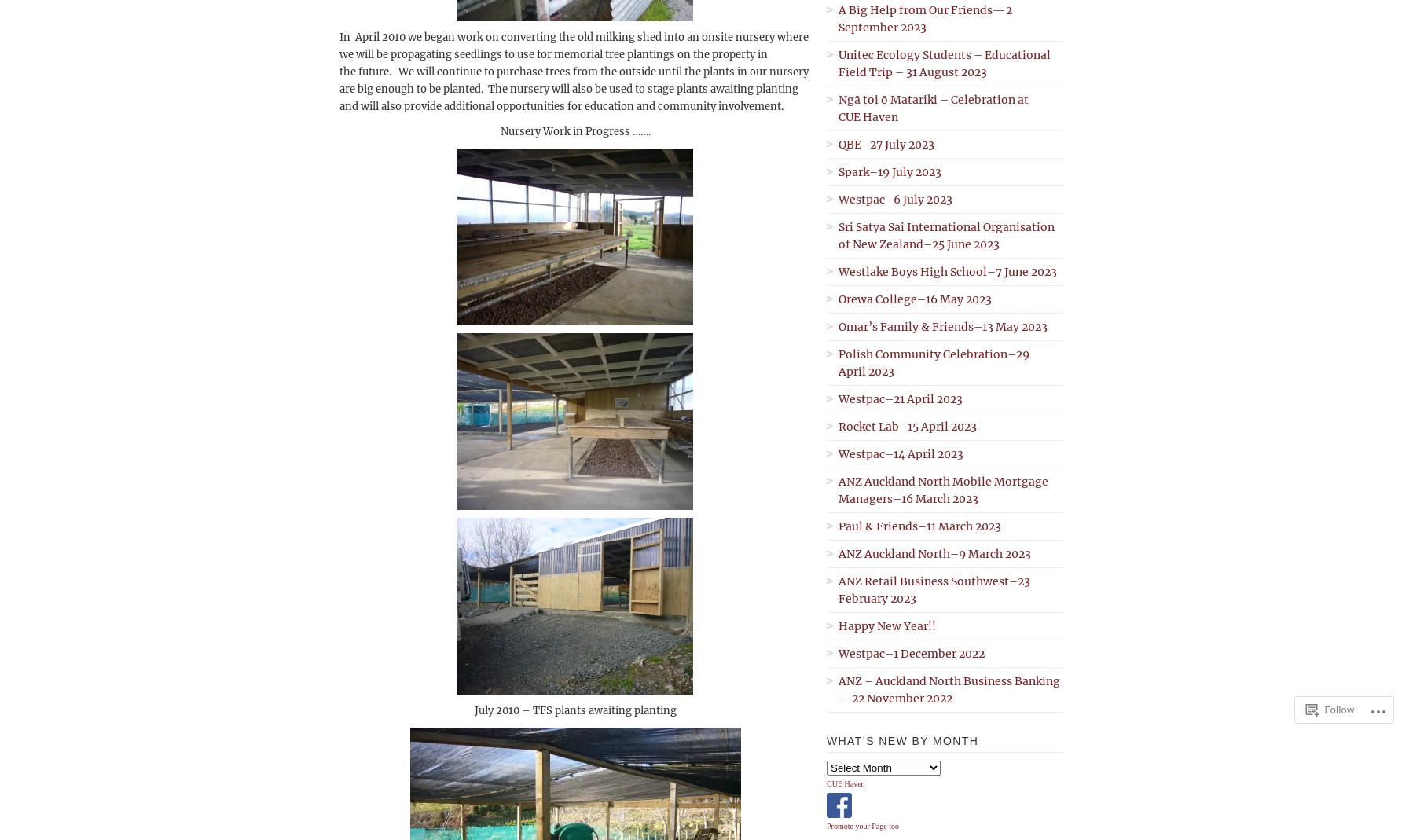  Describe the element at coordinates (946, 234) in the screenshot. I see `'Sri Satya Sai International Organisation of New Zealand–25 June 2023'` at that location.